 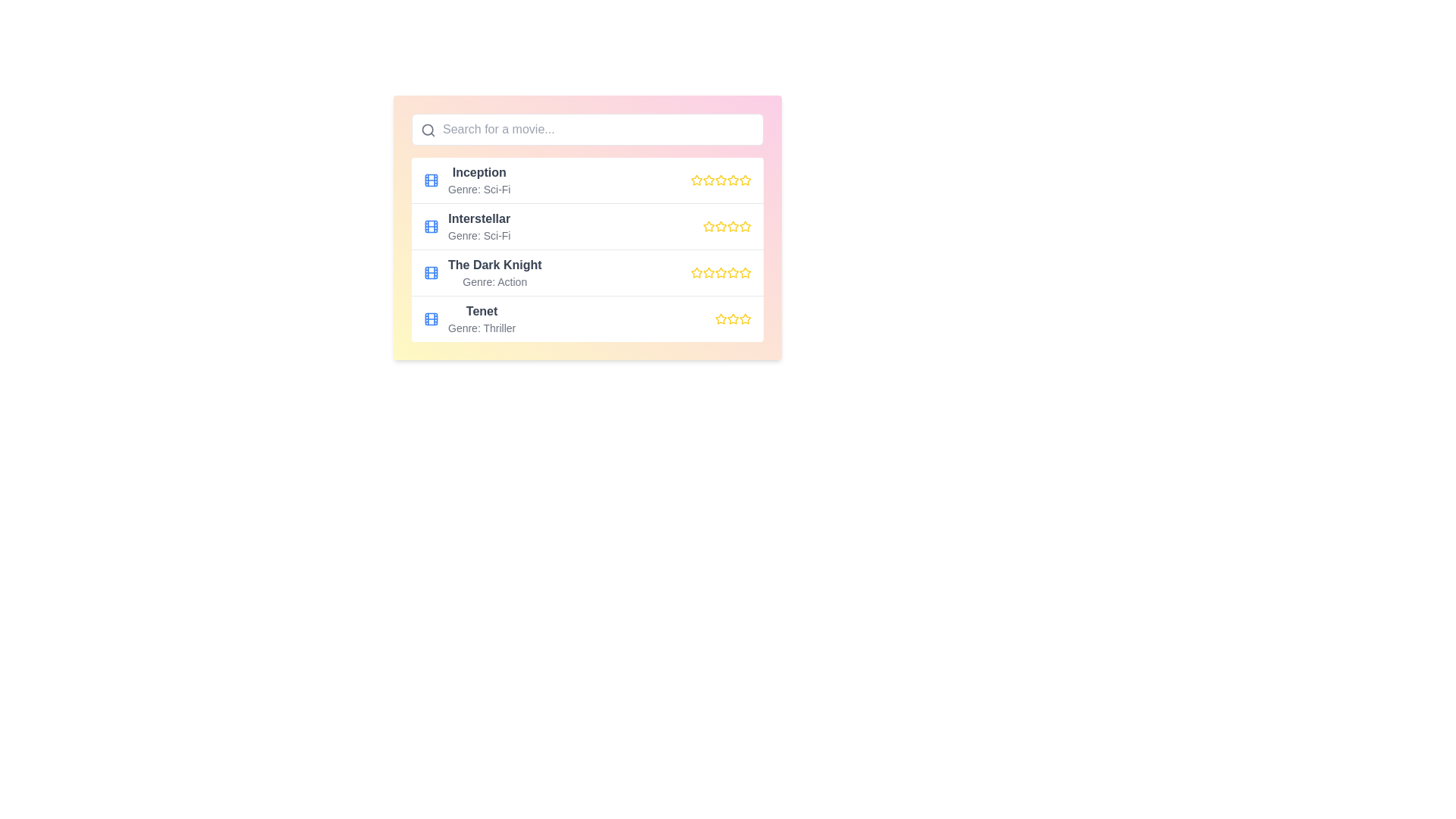 I want to click on the text label displaying 'Genre: Sci-Fi.' which is located beneath the title 'Interstellar' in the vertically arranged list of entries, so click(x=479, y=236).